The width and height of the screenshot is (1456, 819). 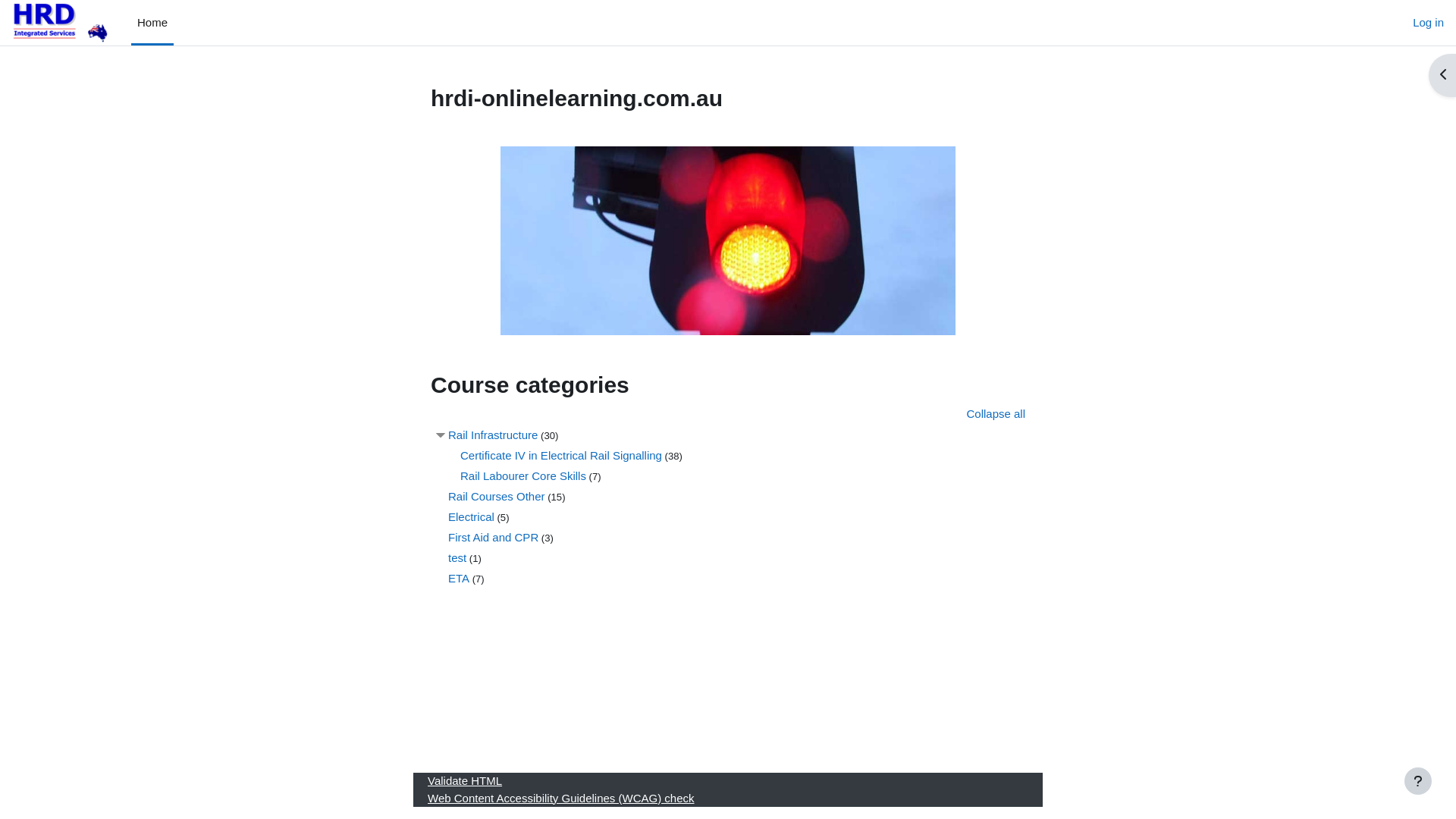 What do you see at coordinates (152, 23) in the screenshot?
I see `'Home'` at bounding box center [152, 23].